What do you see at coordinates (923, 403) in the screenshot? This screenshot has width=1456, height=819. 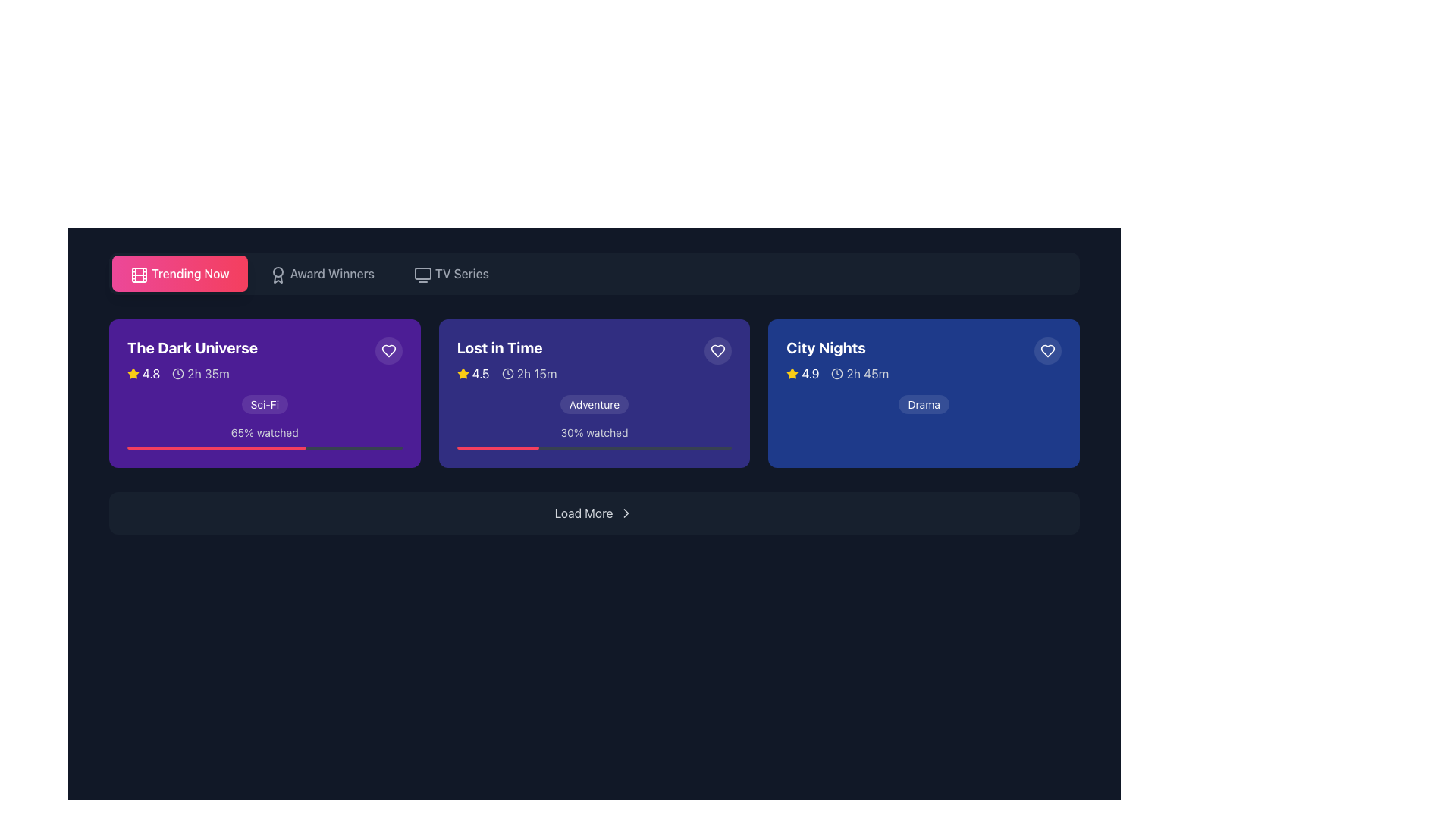 I see `the 'Drama' label, which is a small, pill-shaped label with a semi-transparent light background, found within the 'City Nights' movie card` at bounding box center [923, 403].